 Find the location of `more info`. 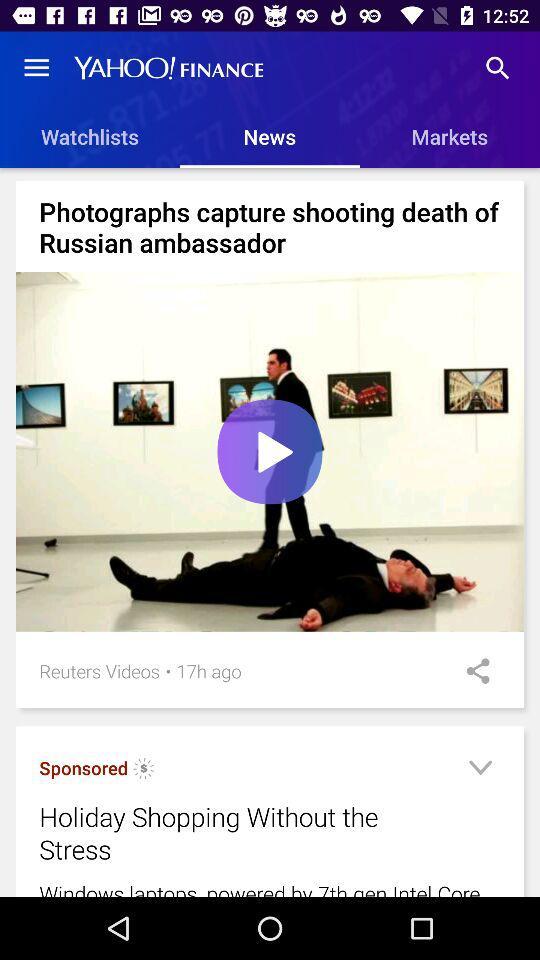

more info is located at coordinates (479, 770).